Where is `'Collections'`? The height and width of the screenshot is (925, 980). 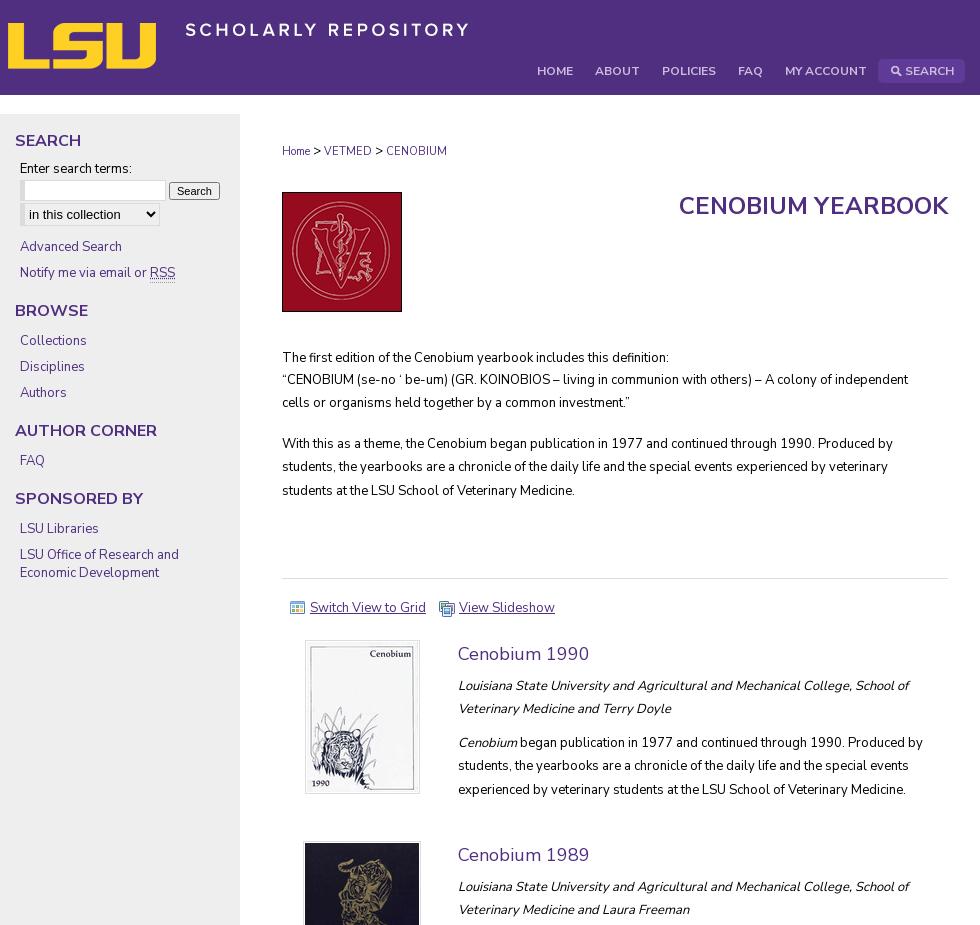
'Collections' is located at coordinates (53, 339).